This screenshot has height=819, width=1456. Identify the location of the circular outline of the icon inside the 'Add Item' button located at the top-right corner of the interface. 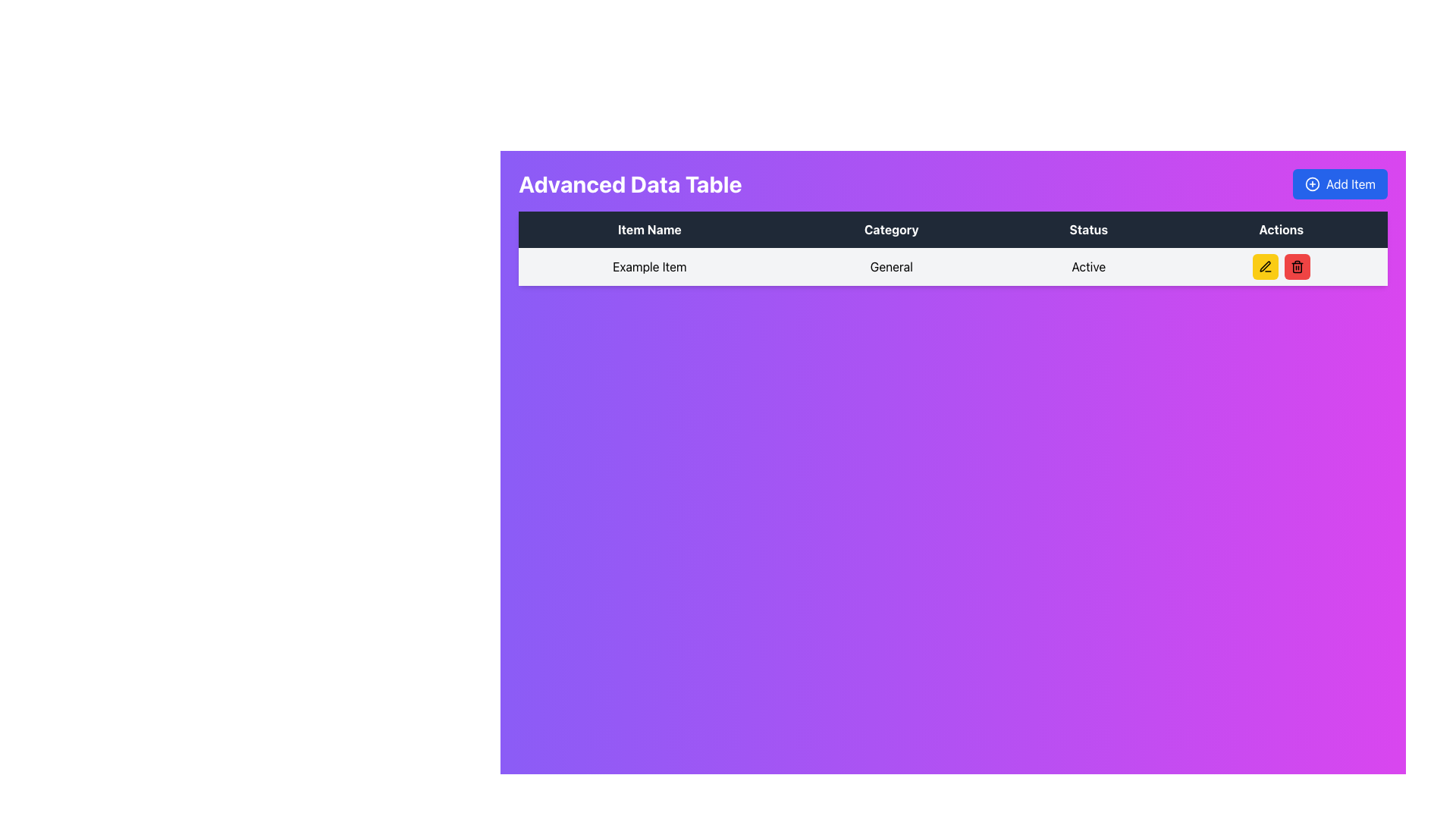
(1312, 184).